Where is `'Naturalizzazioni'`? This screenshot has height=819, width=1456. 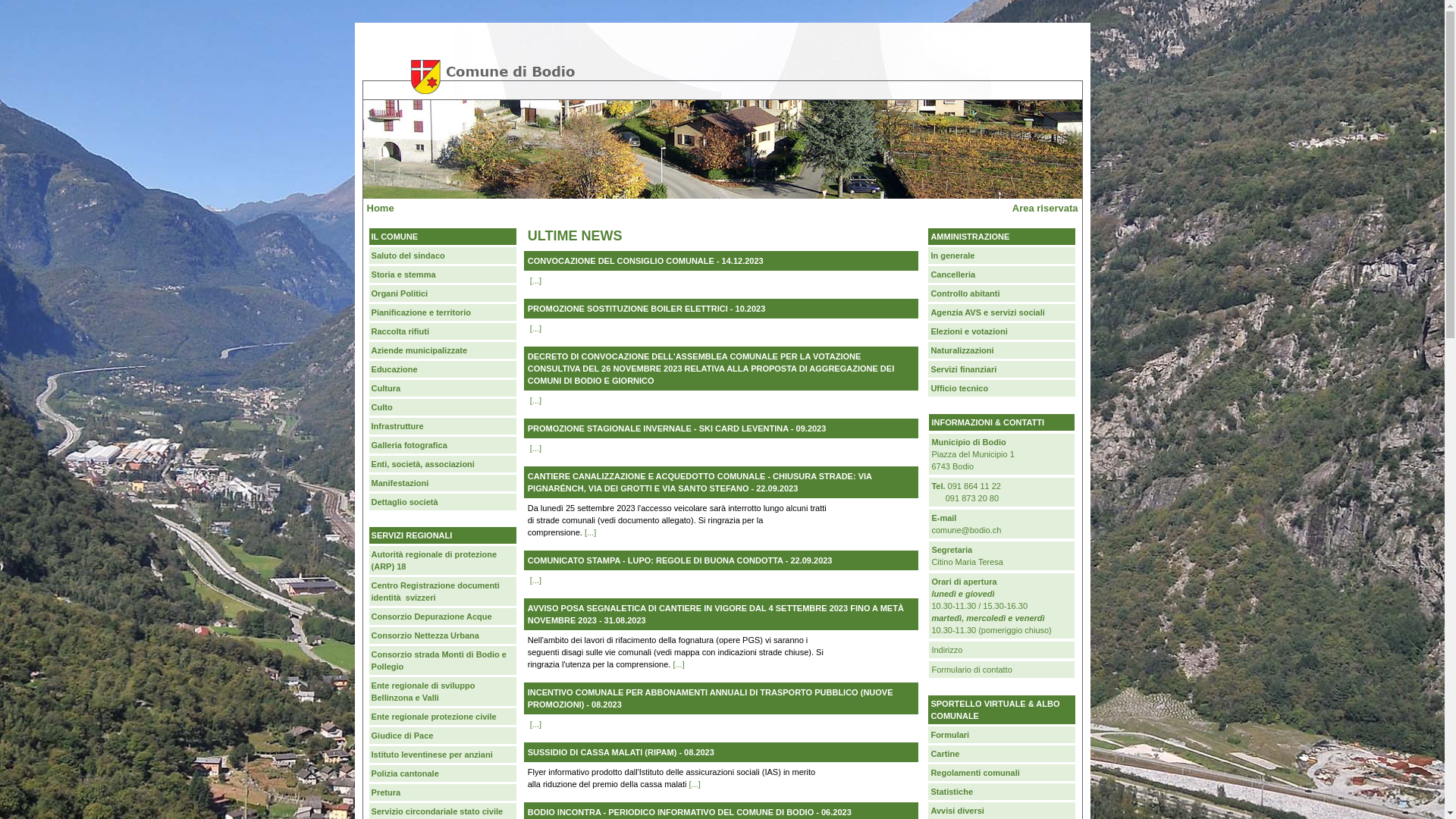
'Naturalizzazioni' is located at coordinates (1001, 350).